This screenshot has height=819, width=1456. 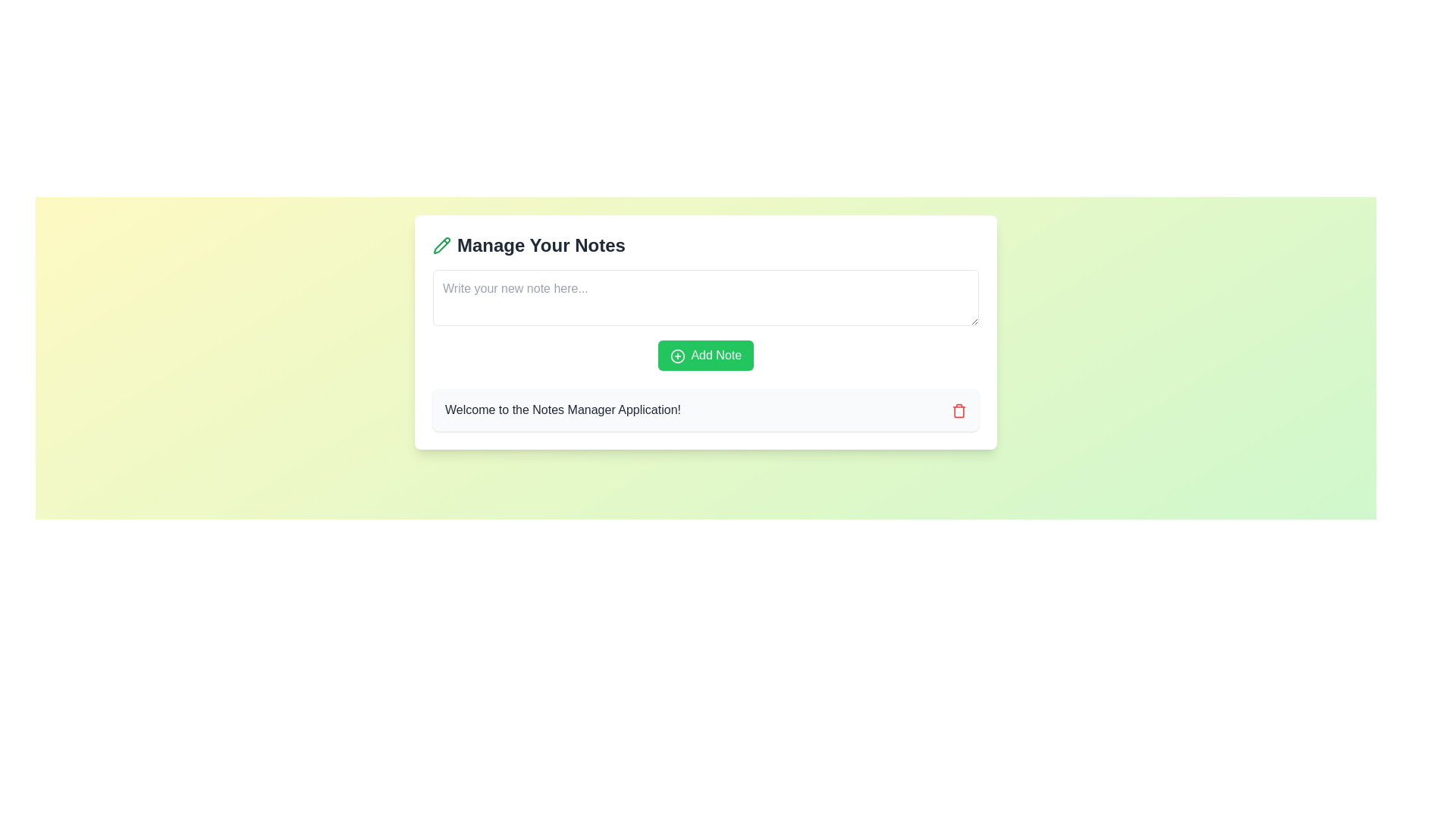 I want to click on the circular graphical component that is part of the 'Add Note' button, which features a thin border and frames a '+' symbol, so click(x=676, y=356).